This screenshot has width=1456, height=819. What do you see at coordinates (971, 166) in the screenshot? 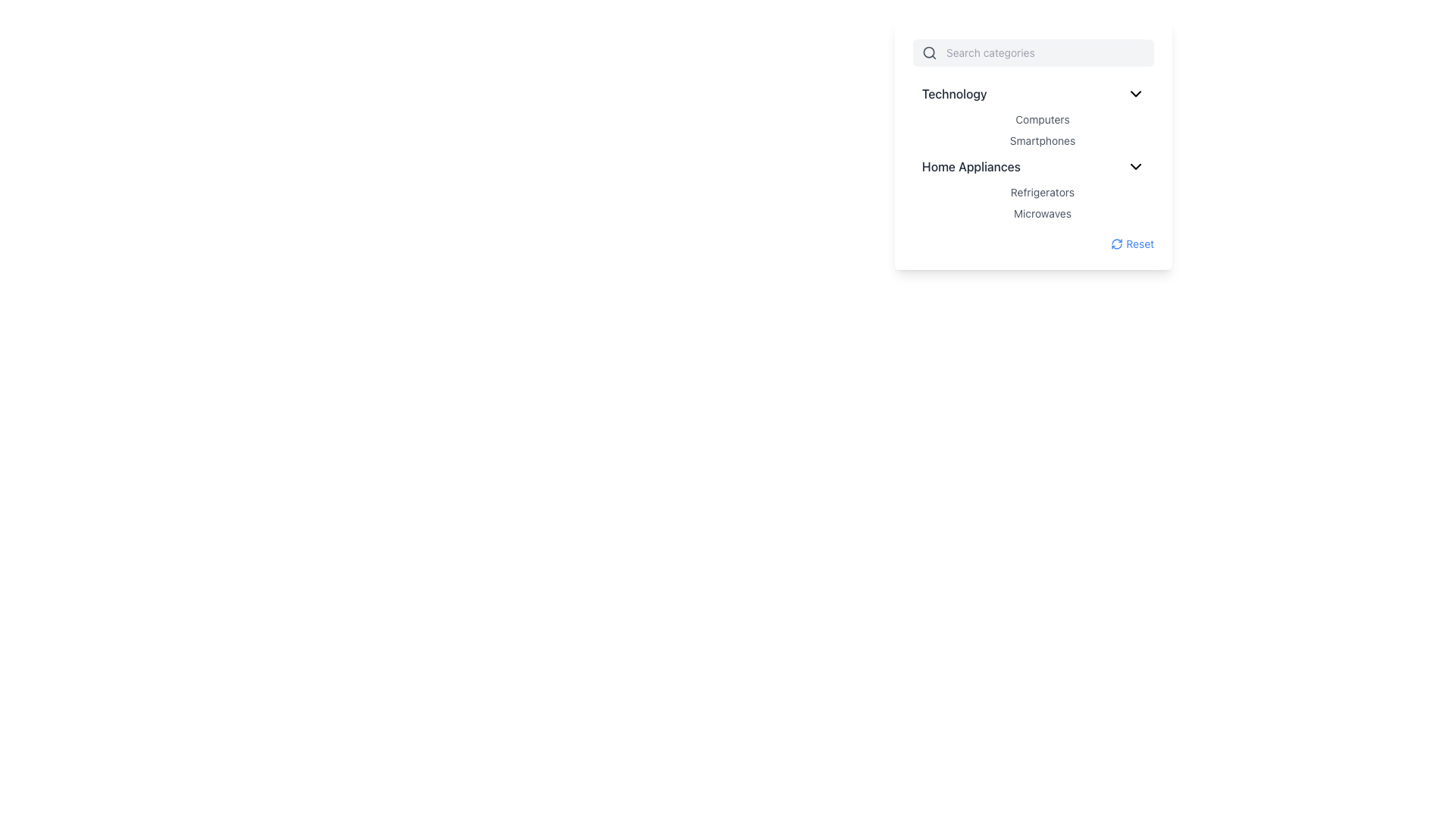
I see `the 'Home Appliances' text label within the 'Technology' category in the dropdown menu` at bounding box center [971, 166].